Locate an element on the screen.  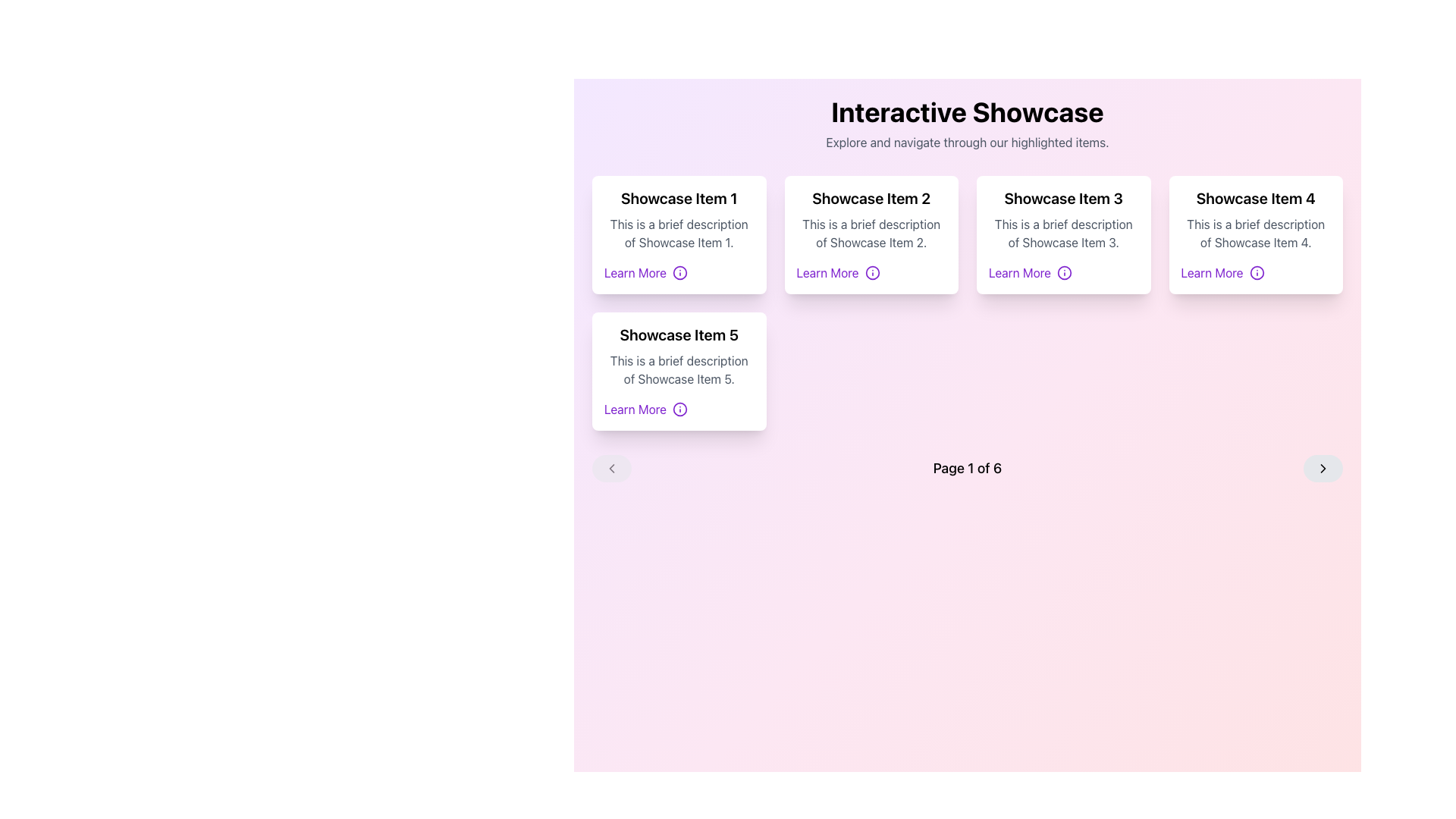
the text label displaying 'Showcase Item 3', which is the title within the third card layout from the left is located at coordinates (1062, 198).